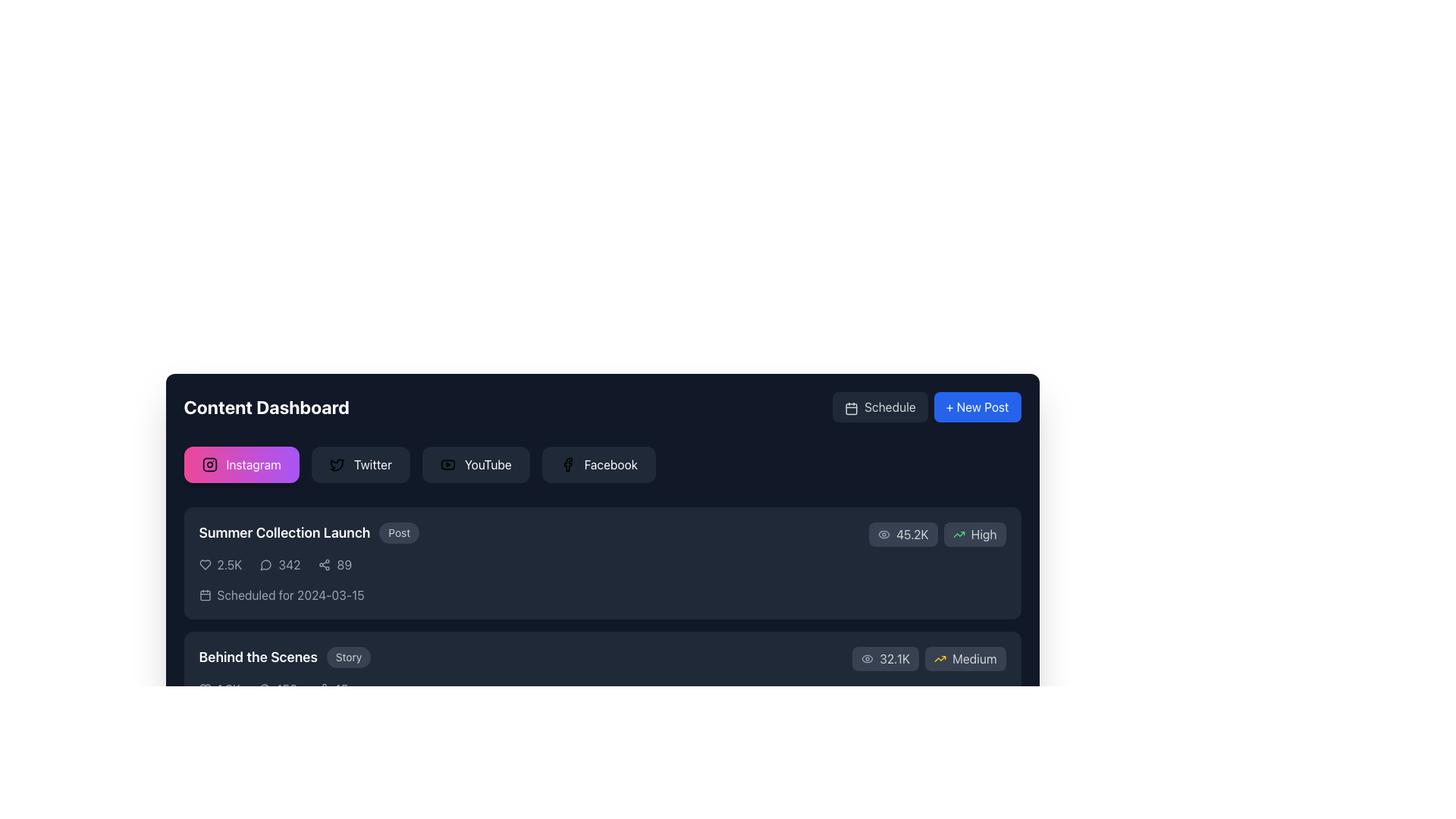 The image size is (1456, 819). I want to click on the Statistical counter with an eye icon located towards the bottom-right corner of the content section to interact or view details, so click(885, 657).